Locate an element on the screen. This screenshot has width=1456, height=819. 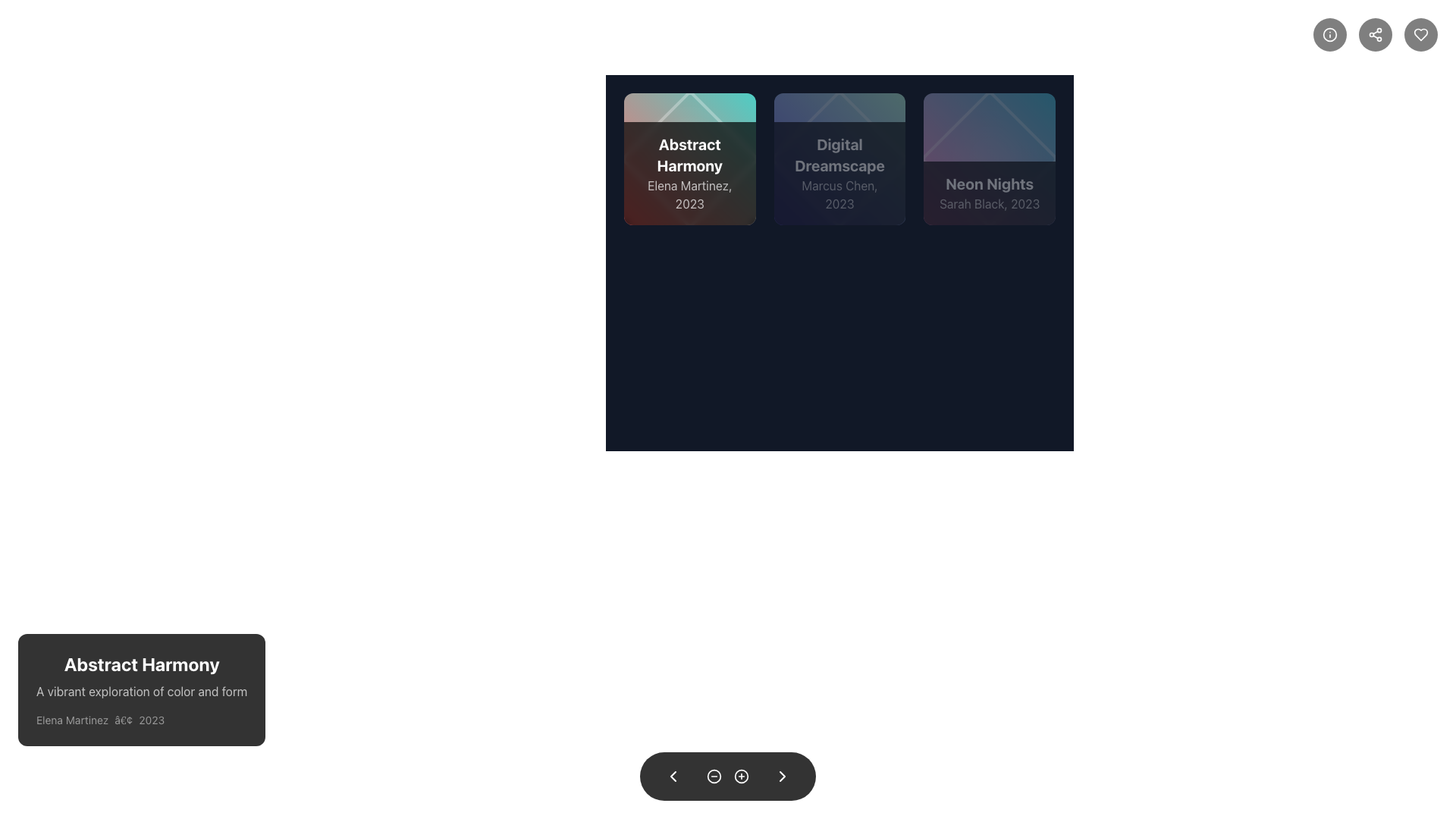
the 'previous item' button located at the bottom center of the interface is located at coordinates (673, 776).